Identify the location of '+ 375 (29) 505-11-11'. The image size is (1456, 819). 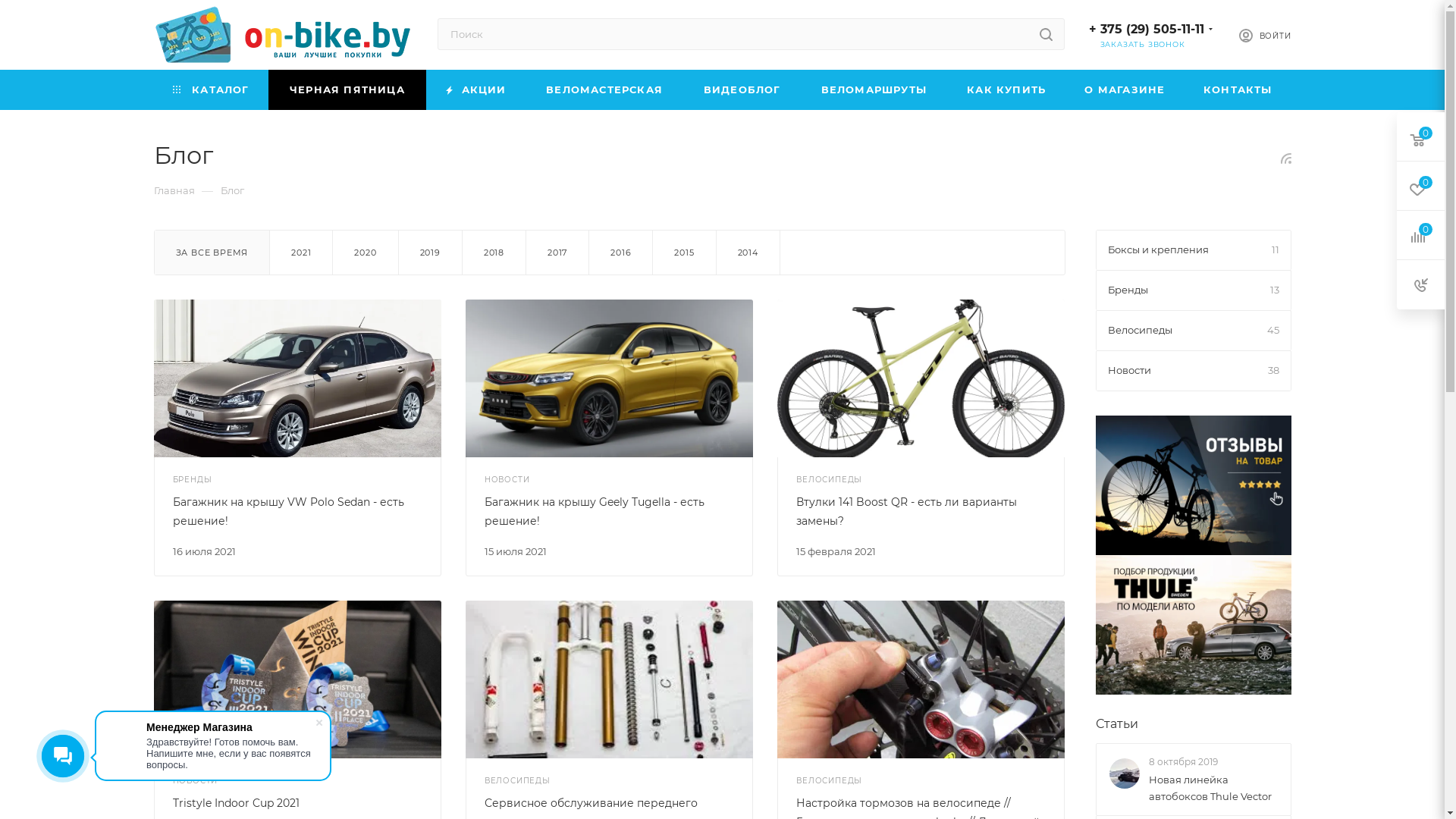
(1147, 28).